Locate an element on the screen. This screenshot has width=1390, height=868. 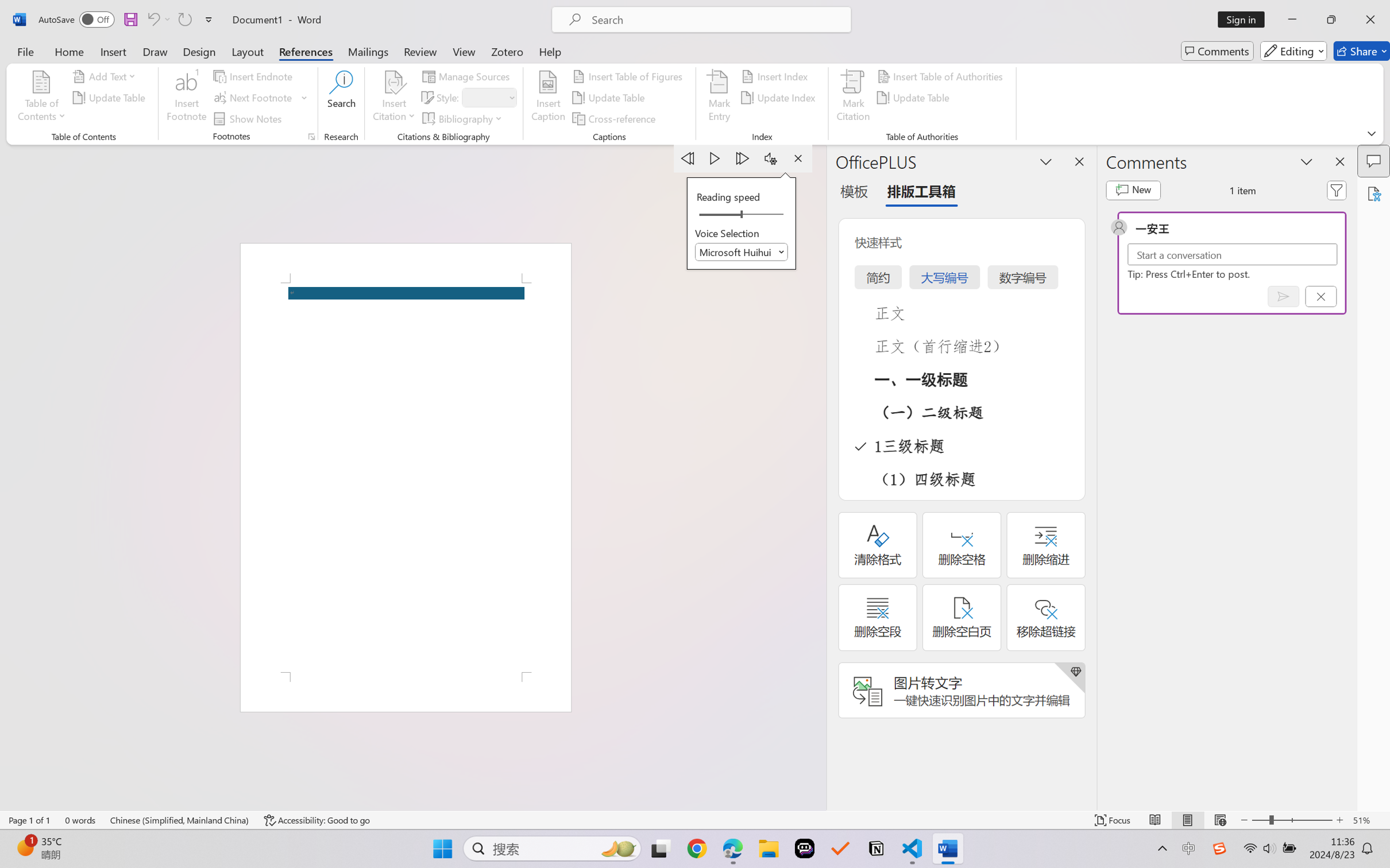
'Update Table' is located at coordinates (914, 98).